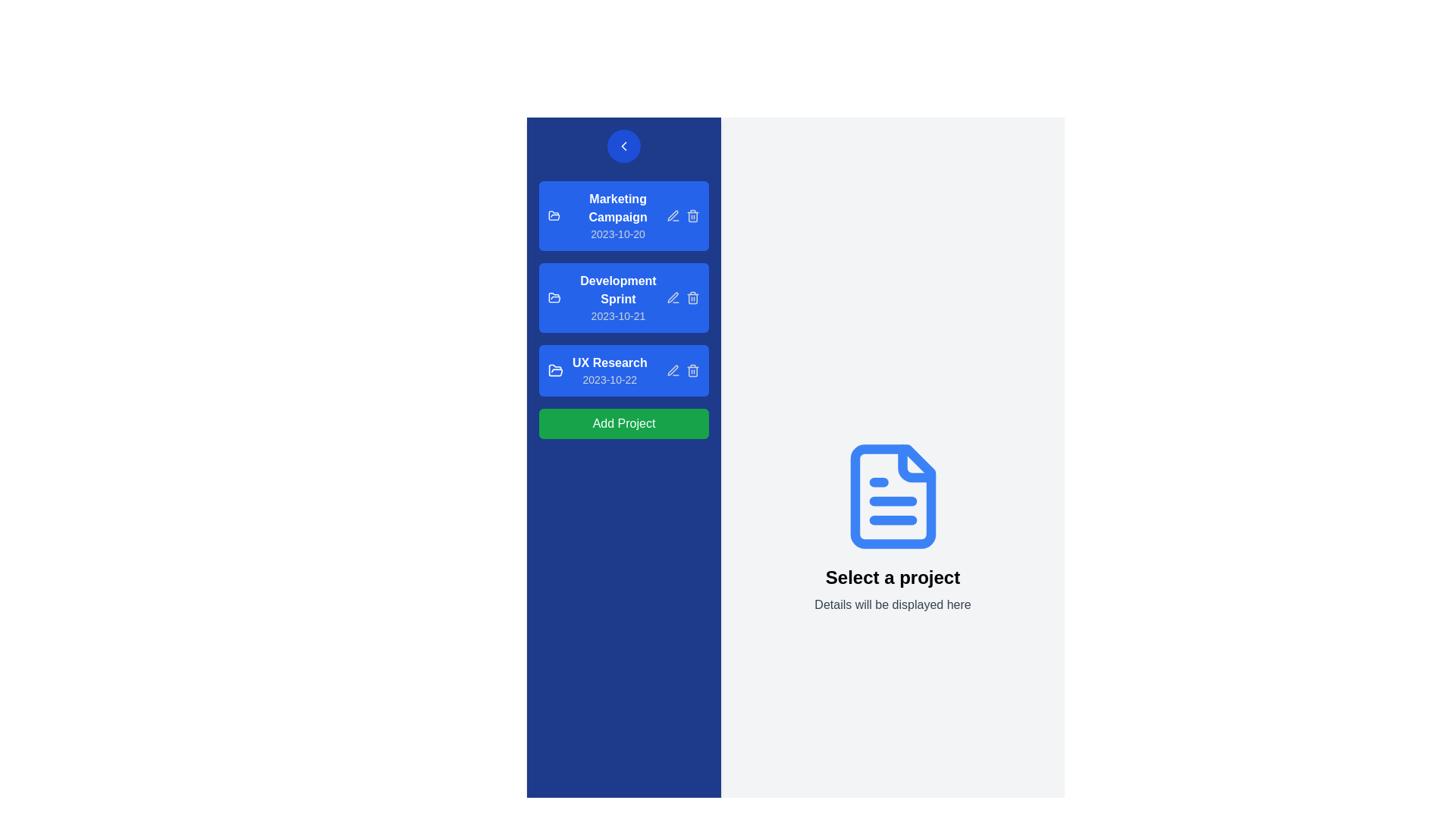  I want to click on the 'UX Research' project card, which has a blue background and is the third card in the vertical list of project entries, so click(597, 371).